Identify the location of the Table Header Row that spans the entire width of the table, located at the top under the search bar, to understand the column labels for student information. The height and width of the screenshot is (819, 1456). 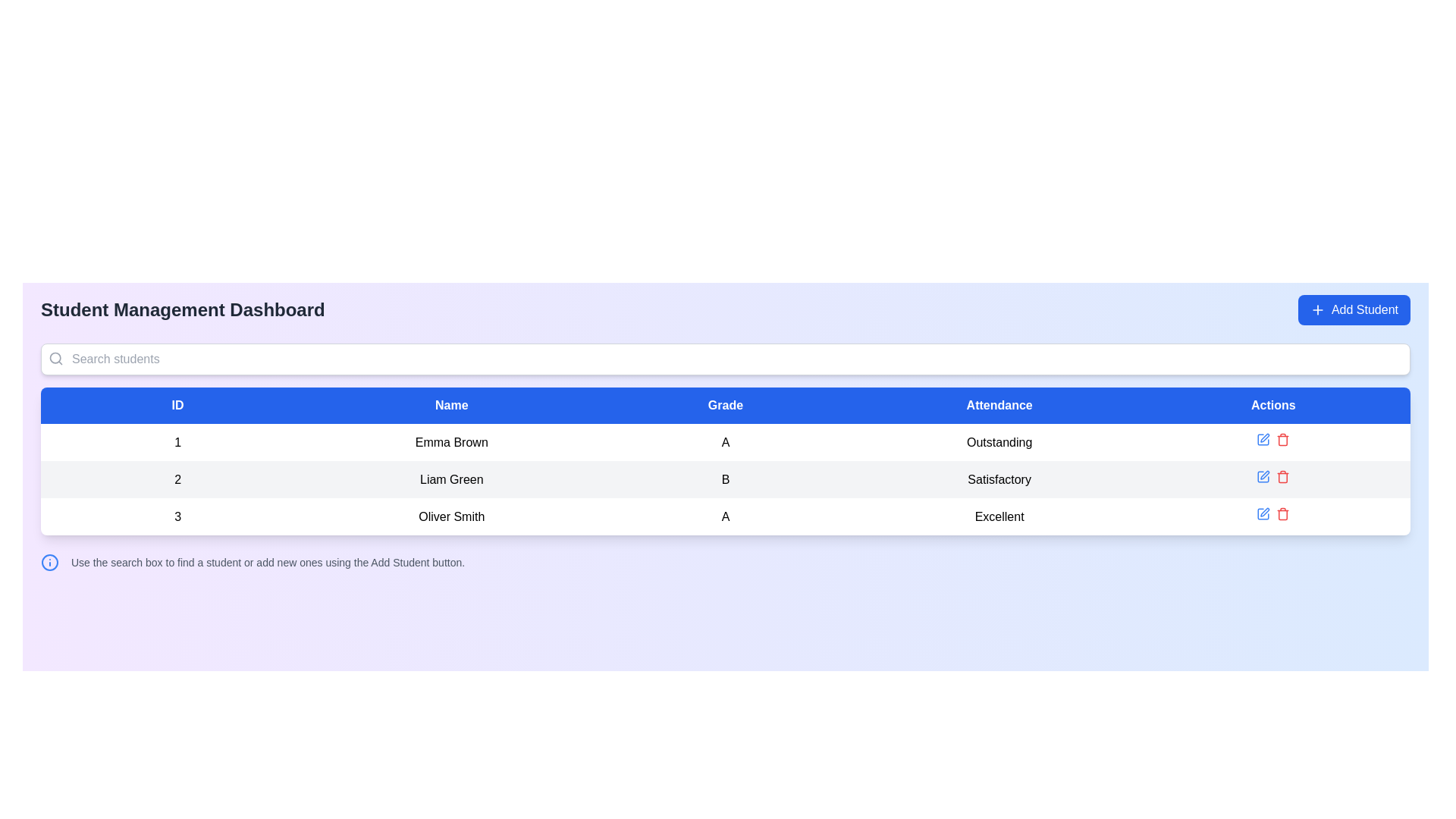
(724, 405).